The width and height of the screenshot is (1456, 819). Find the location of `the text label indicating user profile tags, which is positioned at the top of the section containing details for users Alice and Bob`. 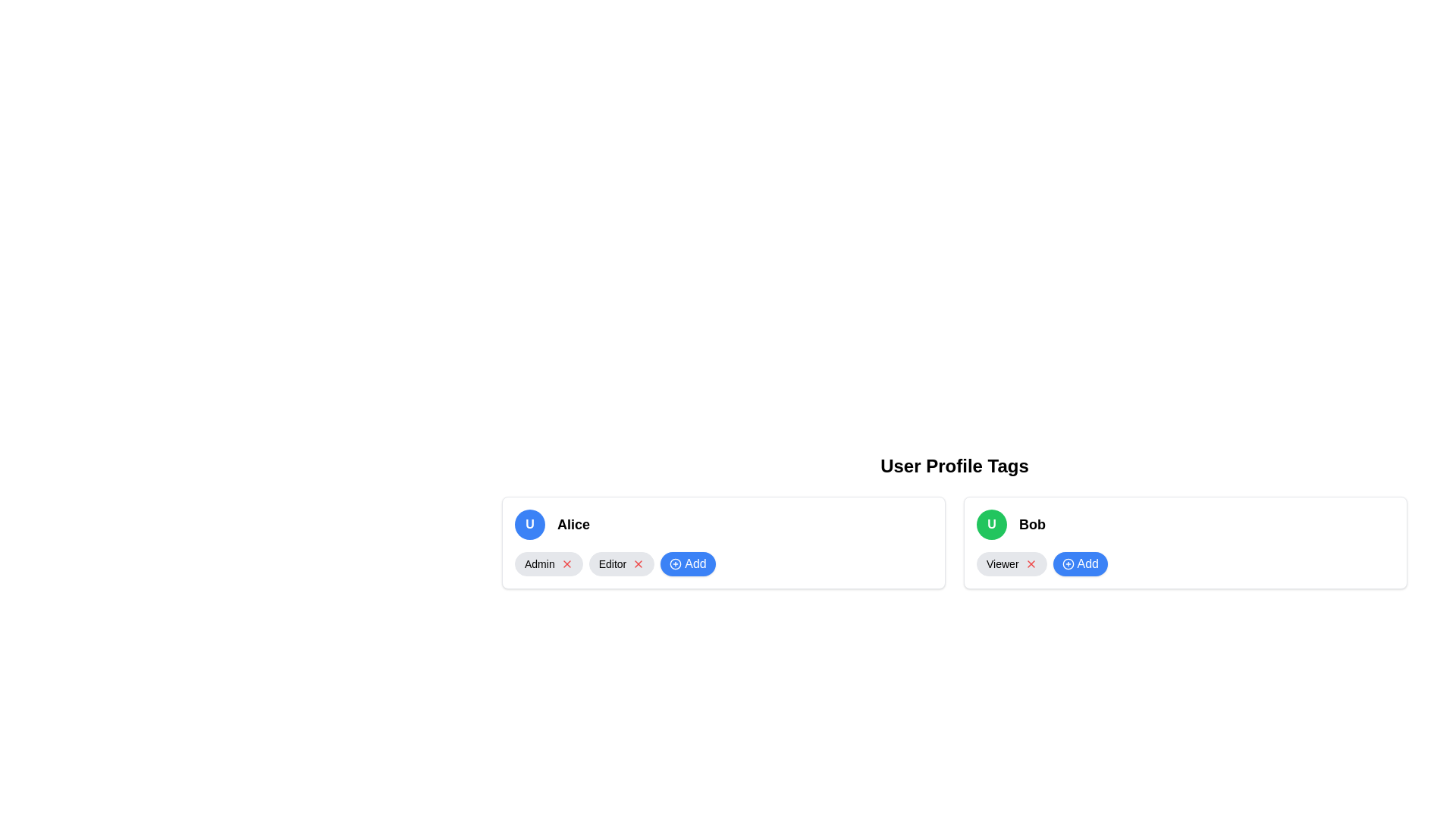

the text label indicating user profile tags, which is positioned at the top of the section containing details for users Alice and Bob is located at coordinates (953, 465).